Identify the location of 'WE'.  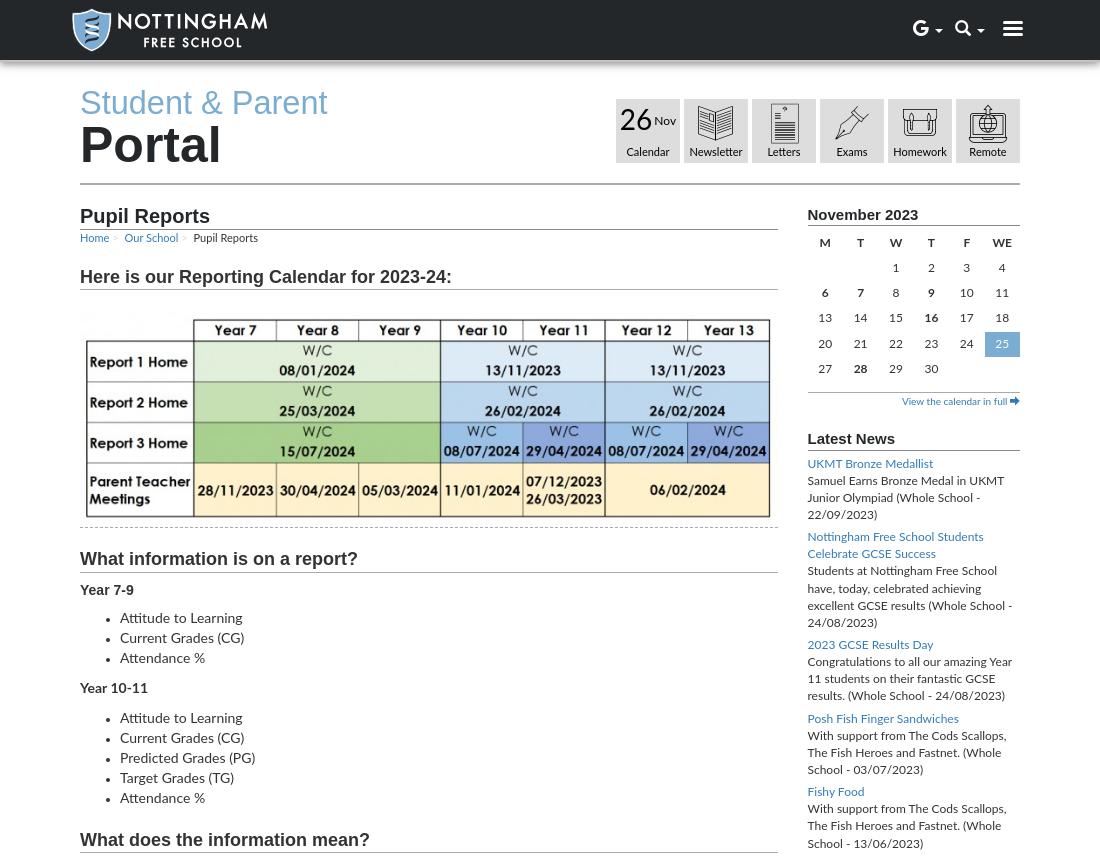
(1000, 241).